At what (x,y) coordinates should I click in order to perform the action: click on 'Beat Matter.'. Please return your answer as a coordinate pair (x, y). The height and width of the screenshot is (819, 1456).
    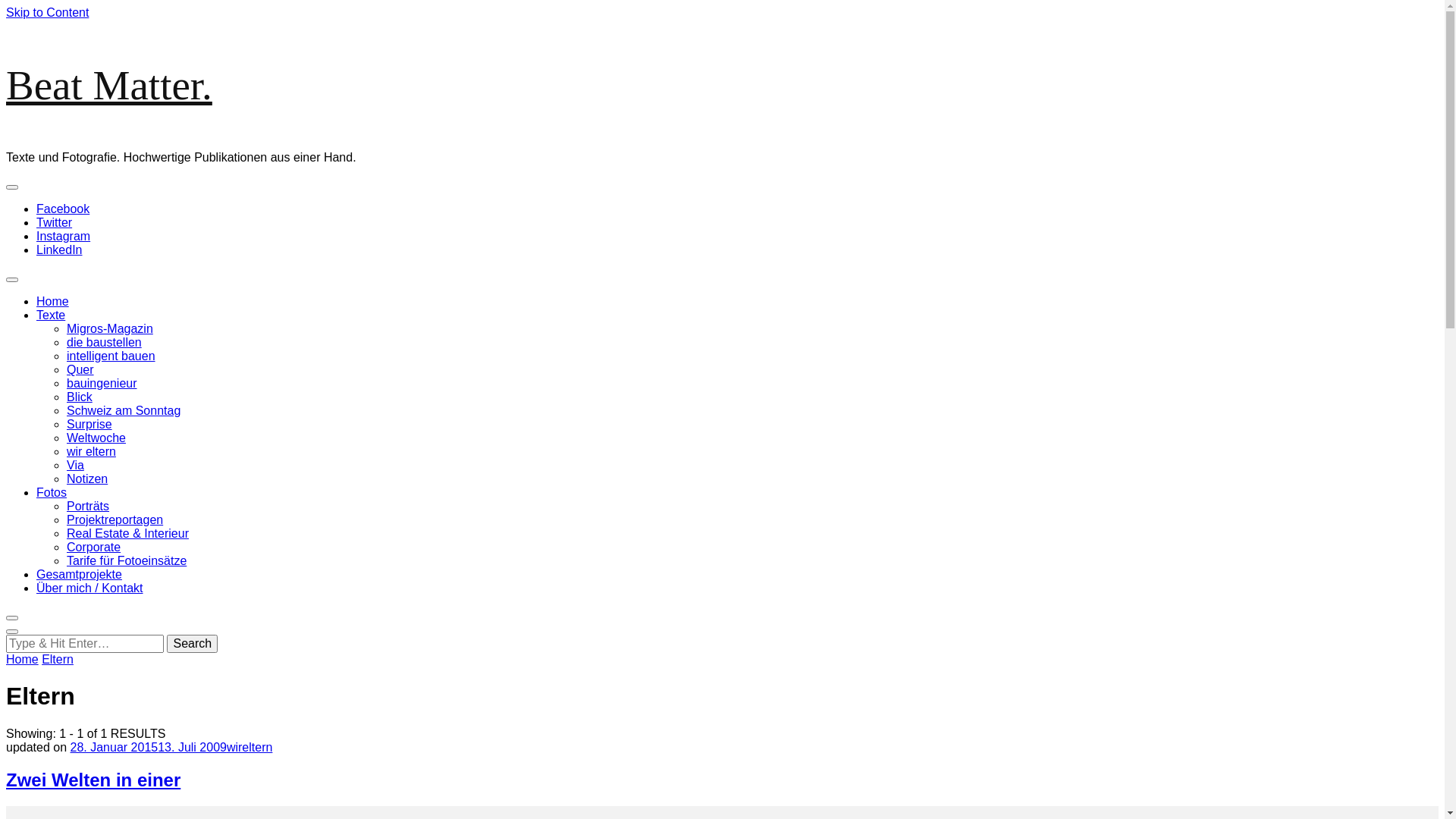
    Looking at the image, I should click on (108, 85).